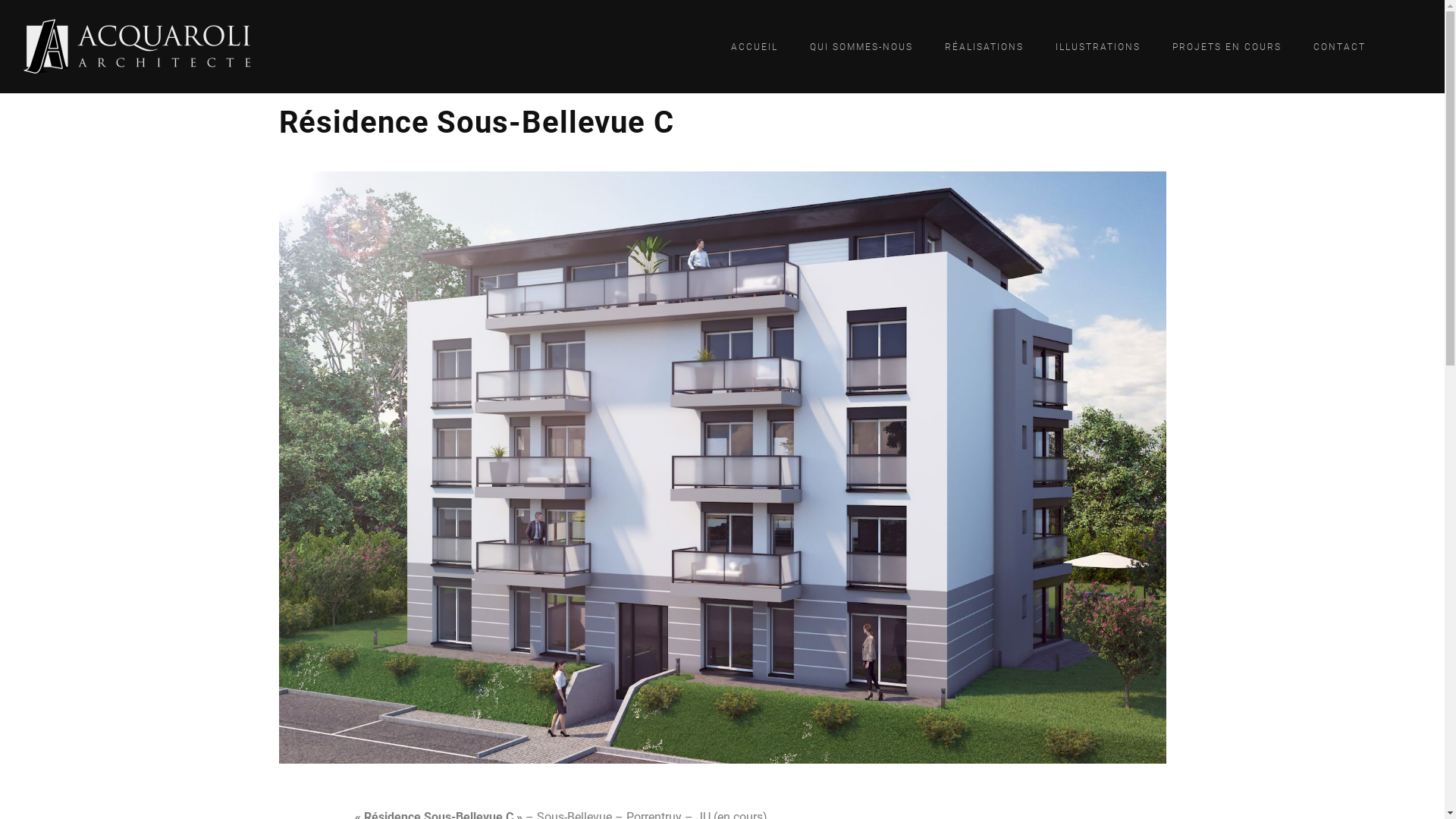  What do you see at coordinates (1301, 45) in the screenshot?
I see `'CONTACT'` at bounding box center [1301, 45].